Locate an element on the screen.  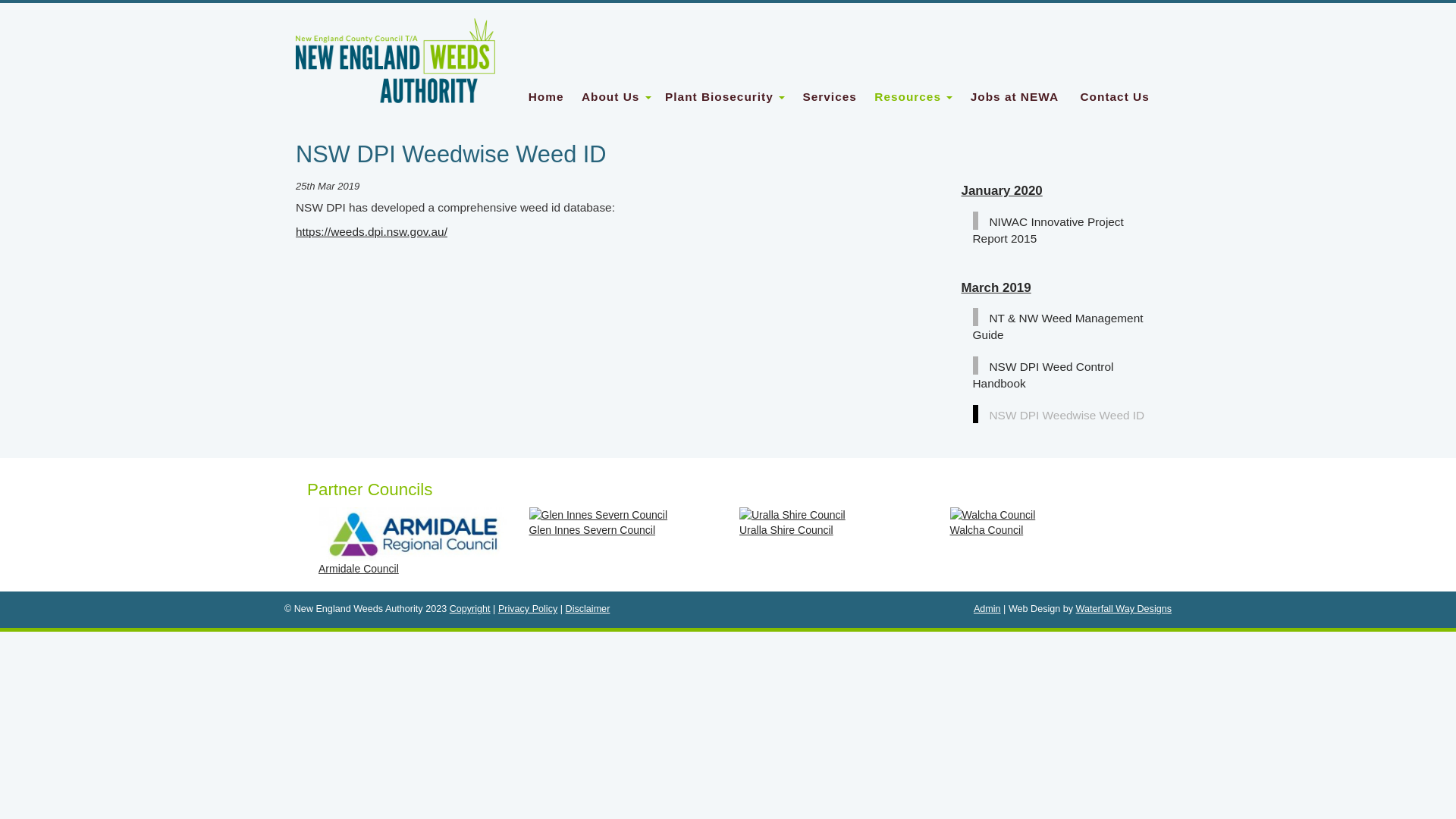
'Uralla Shire Council' is located at coordinates (739, 522).